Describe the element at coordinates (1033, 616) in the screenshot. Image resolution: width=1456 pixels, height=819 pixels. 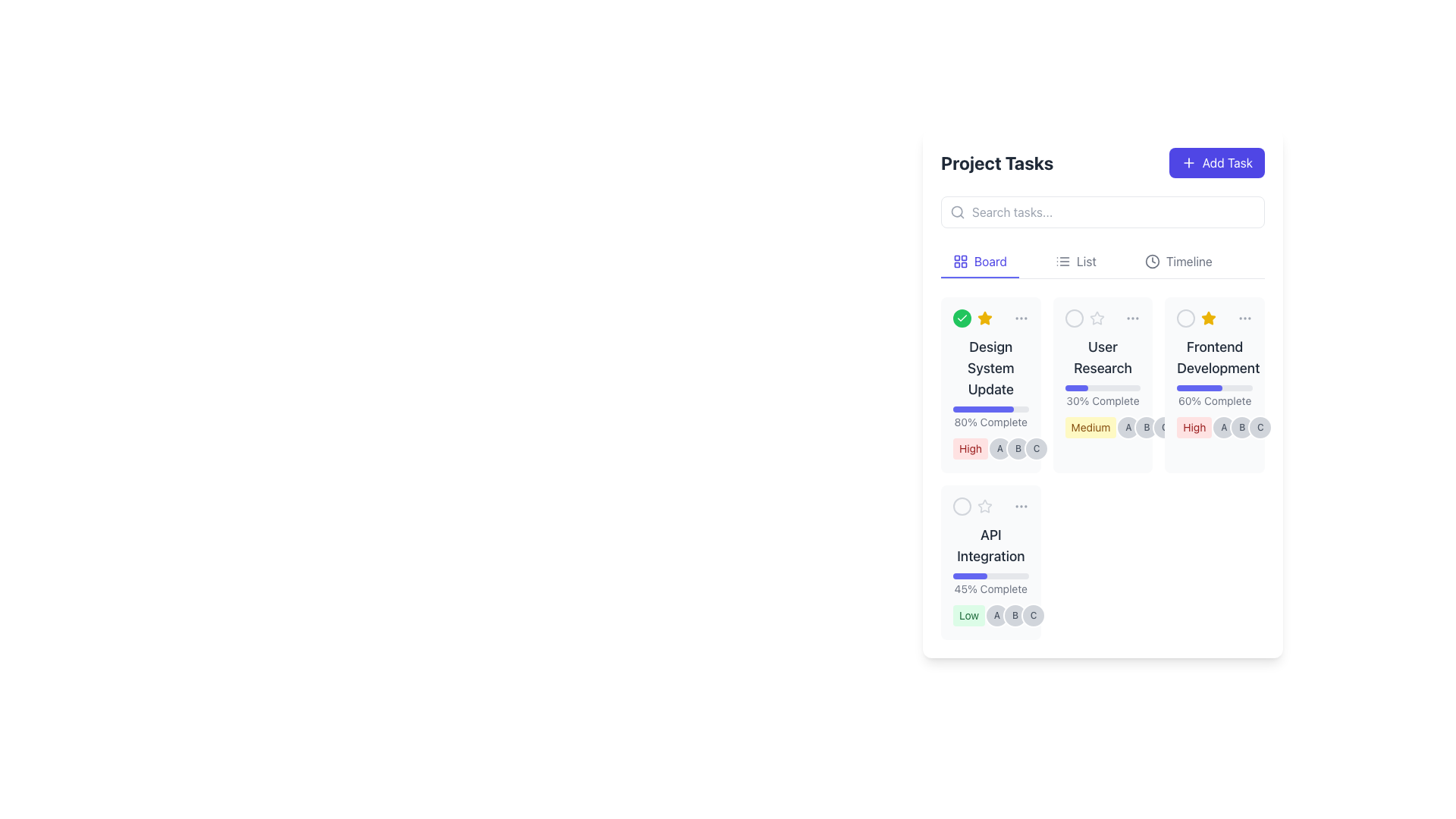
I see `the static icon located at the bottom of the 'API Integration' card, which is the third circular icon in a series of three, positioned to the right of the 'B' icon` at that location.